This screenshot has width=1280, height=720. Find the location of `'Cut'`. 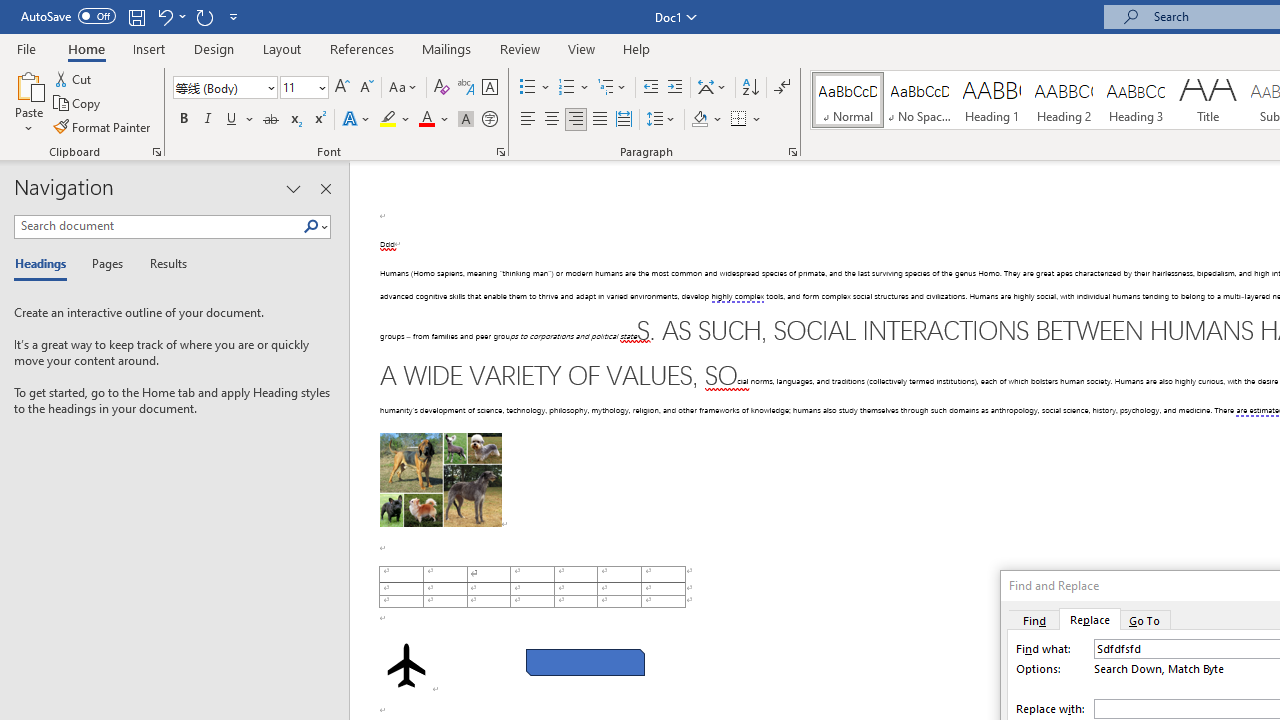

'Cut' is located at coordinates (74, 78).